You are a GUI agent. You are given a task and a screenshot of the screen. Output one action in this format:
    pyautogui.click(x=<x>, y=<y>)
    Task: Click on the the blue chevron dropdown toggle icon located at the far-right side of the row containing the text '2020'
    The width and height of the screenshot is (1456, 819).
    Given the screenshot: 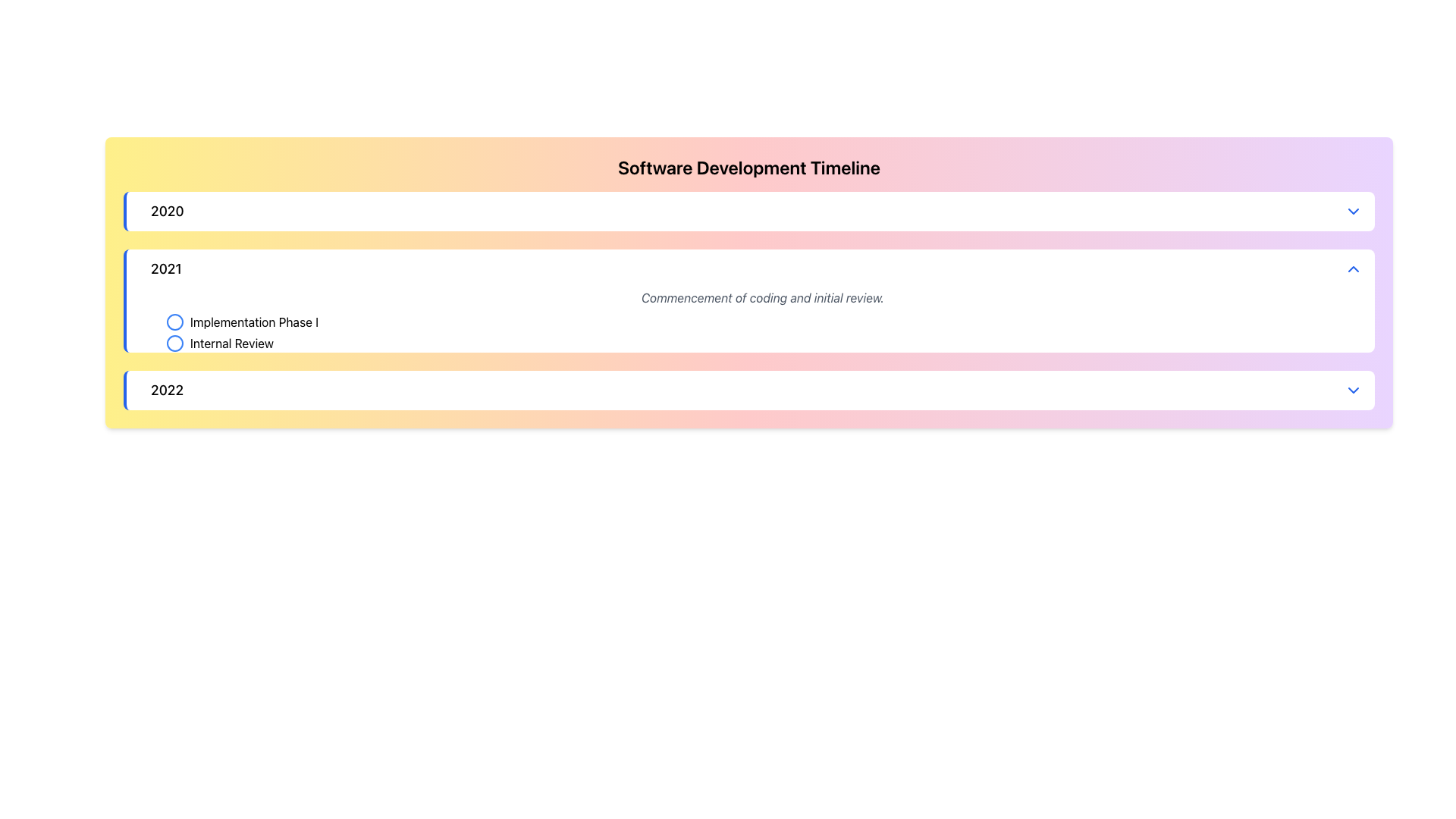 What is the action you would take?
    pyautogui.click(x=1354, y=211)
    